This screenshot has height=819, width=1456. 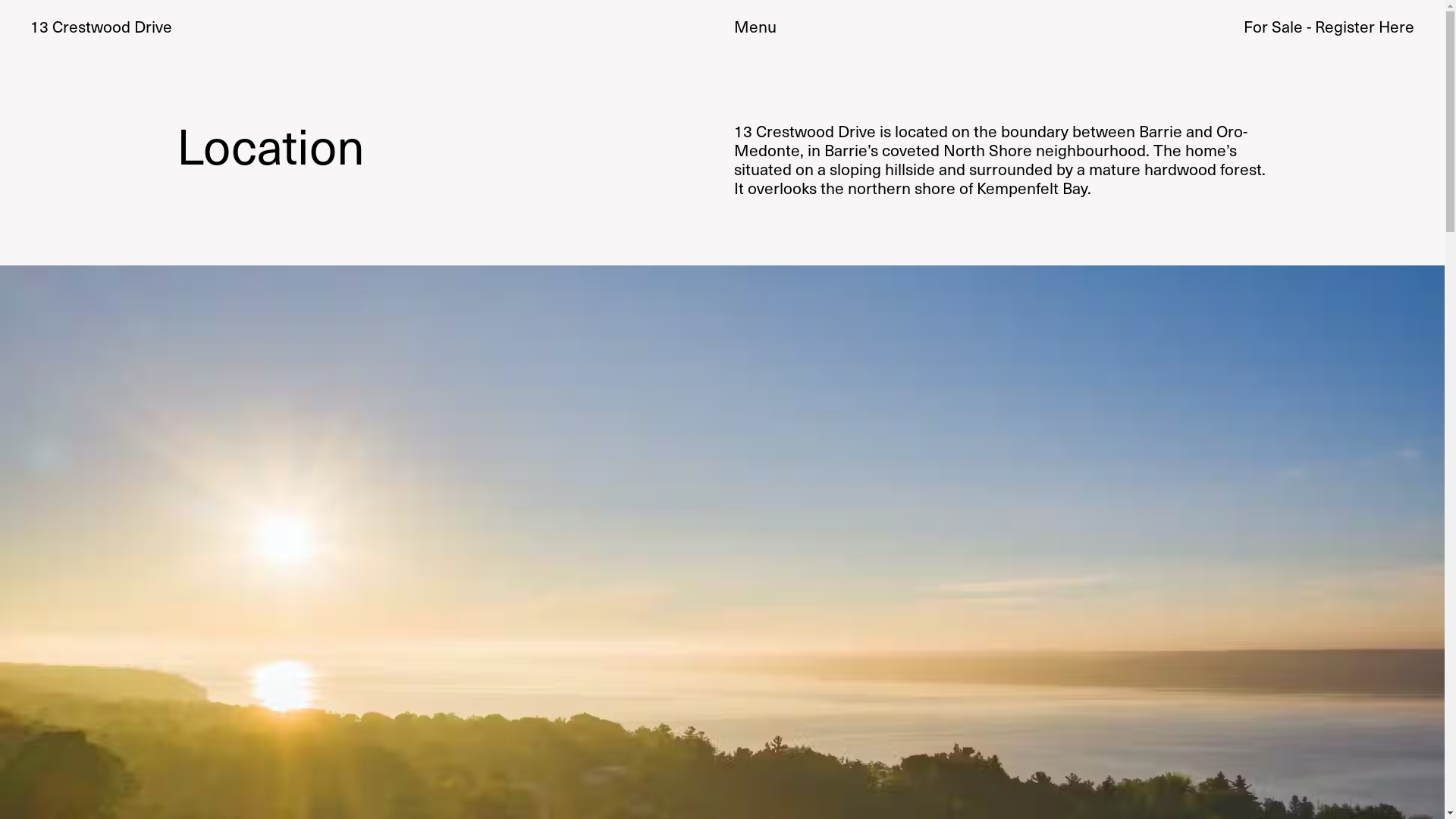 What do you see at coordinates (1328, 26) in the screenshot?
I see `'For Sale - Register Here'` at bounding box center [1328, 26].